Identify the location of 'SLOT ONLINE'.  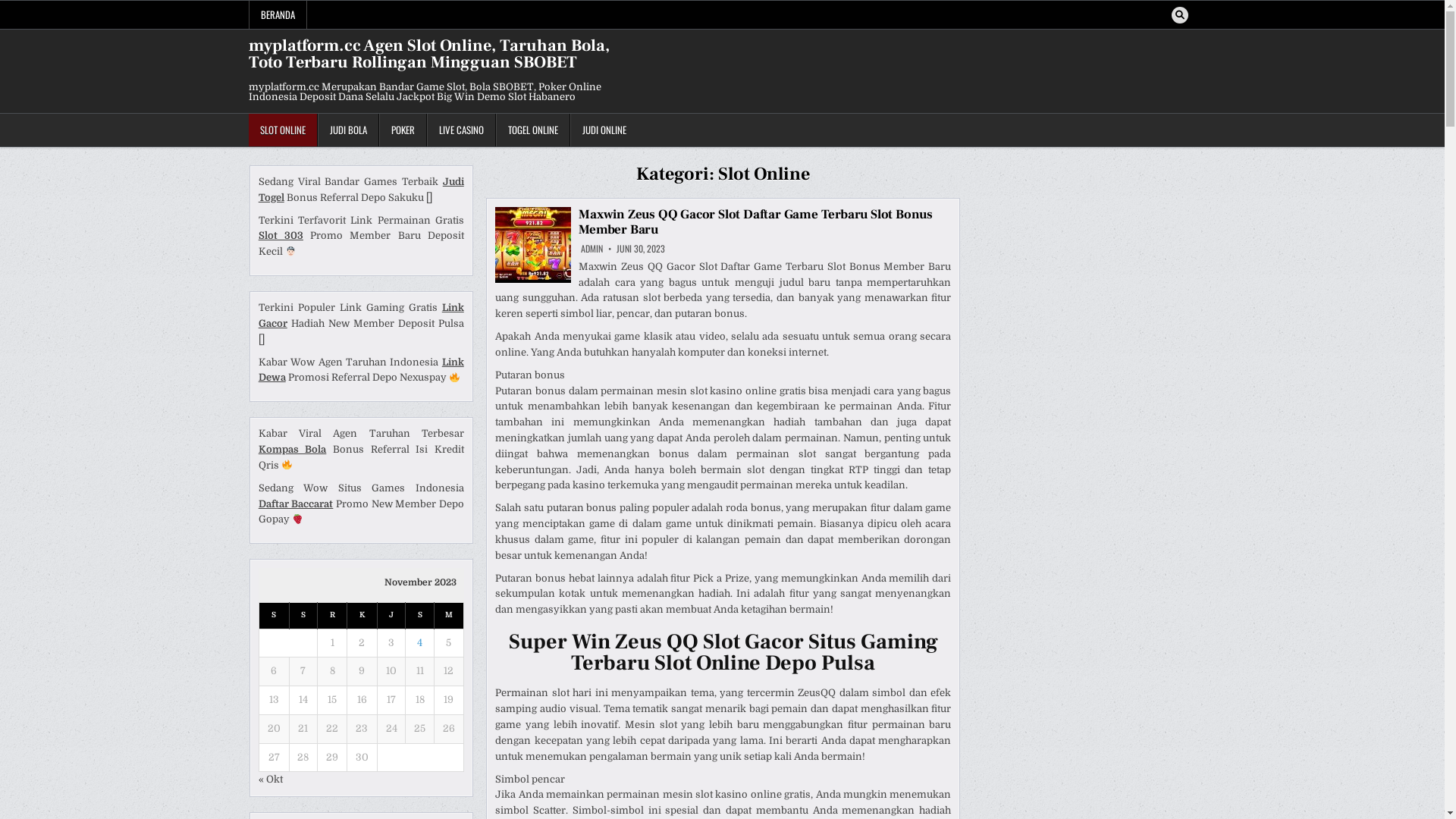
(283, 129).